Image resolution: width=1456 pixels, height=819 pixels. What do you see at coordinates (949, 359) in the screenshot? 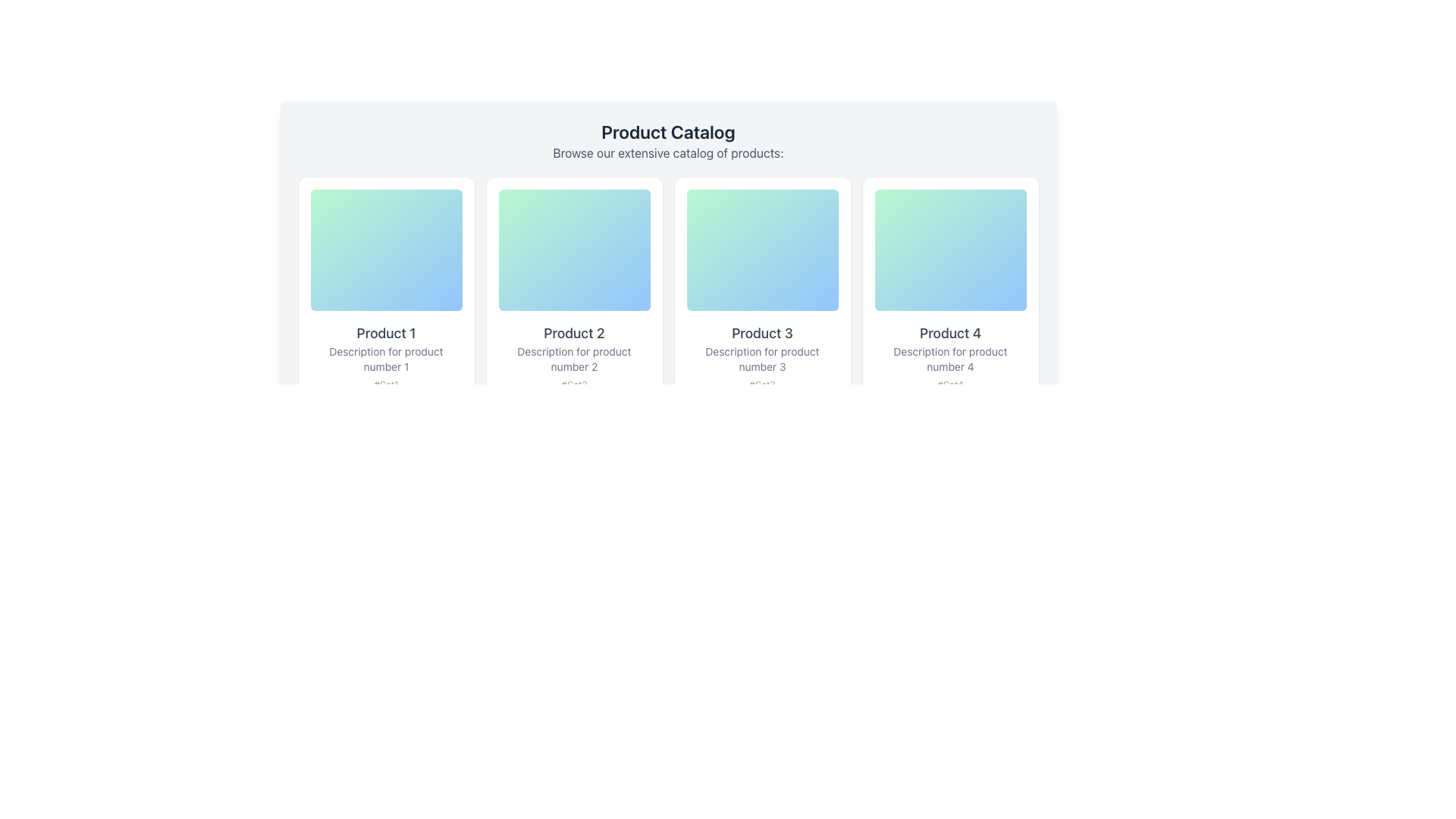
I see `the text label that provides a brief description of 'Product 4', located below the title and above the smaller gray text '#Cat4'` at bounding box center [949, 359].